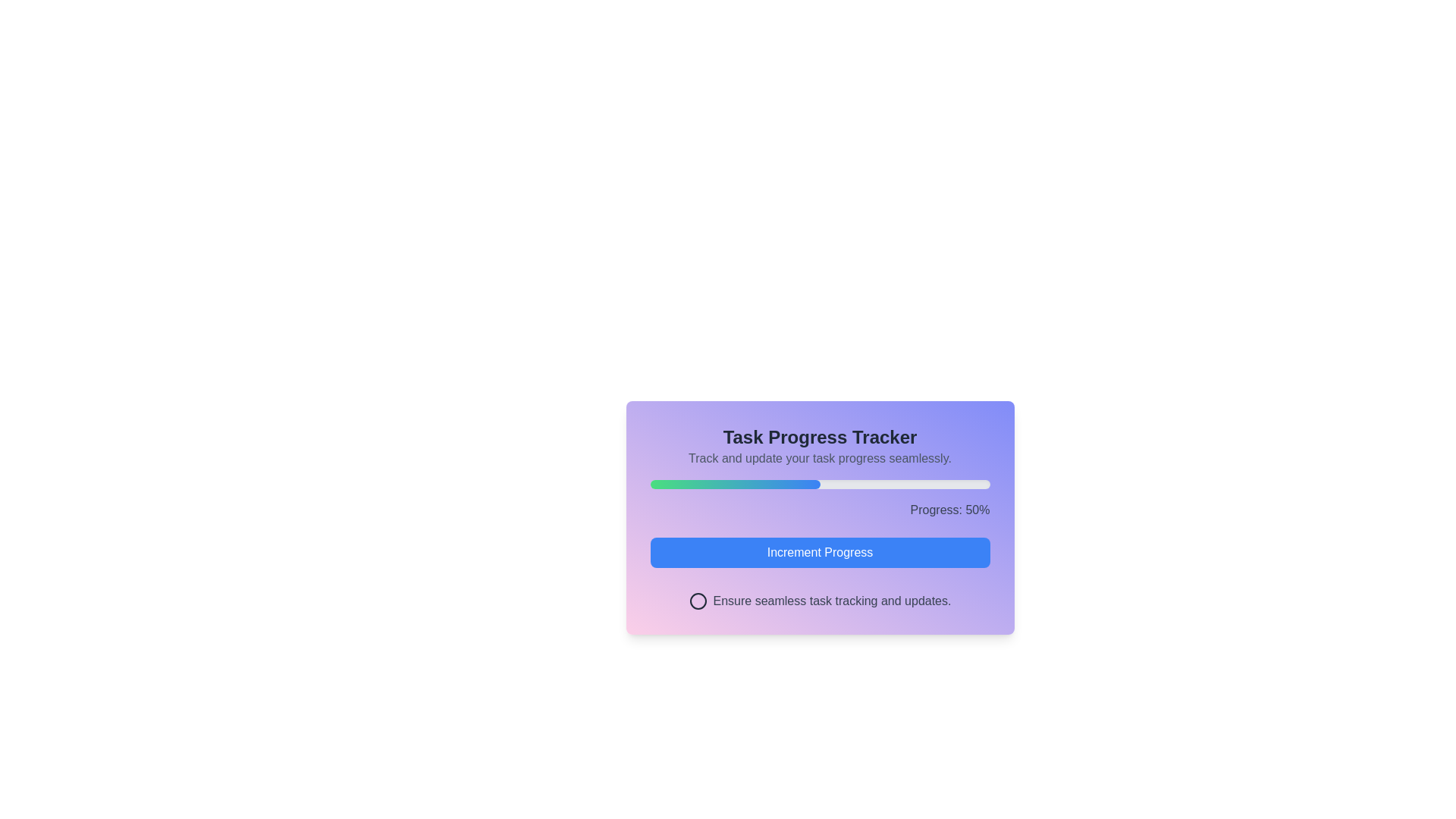  What do you see at coordinates (735, 485) in the screenshot?
I see `the progress indicator which visually represents that the process is 50% complete, located at the center of the interface` at bounding box center [735, 485].